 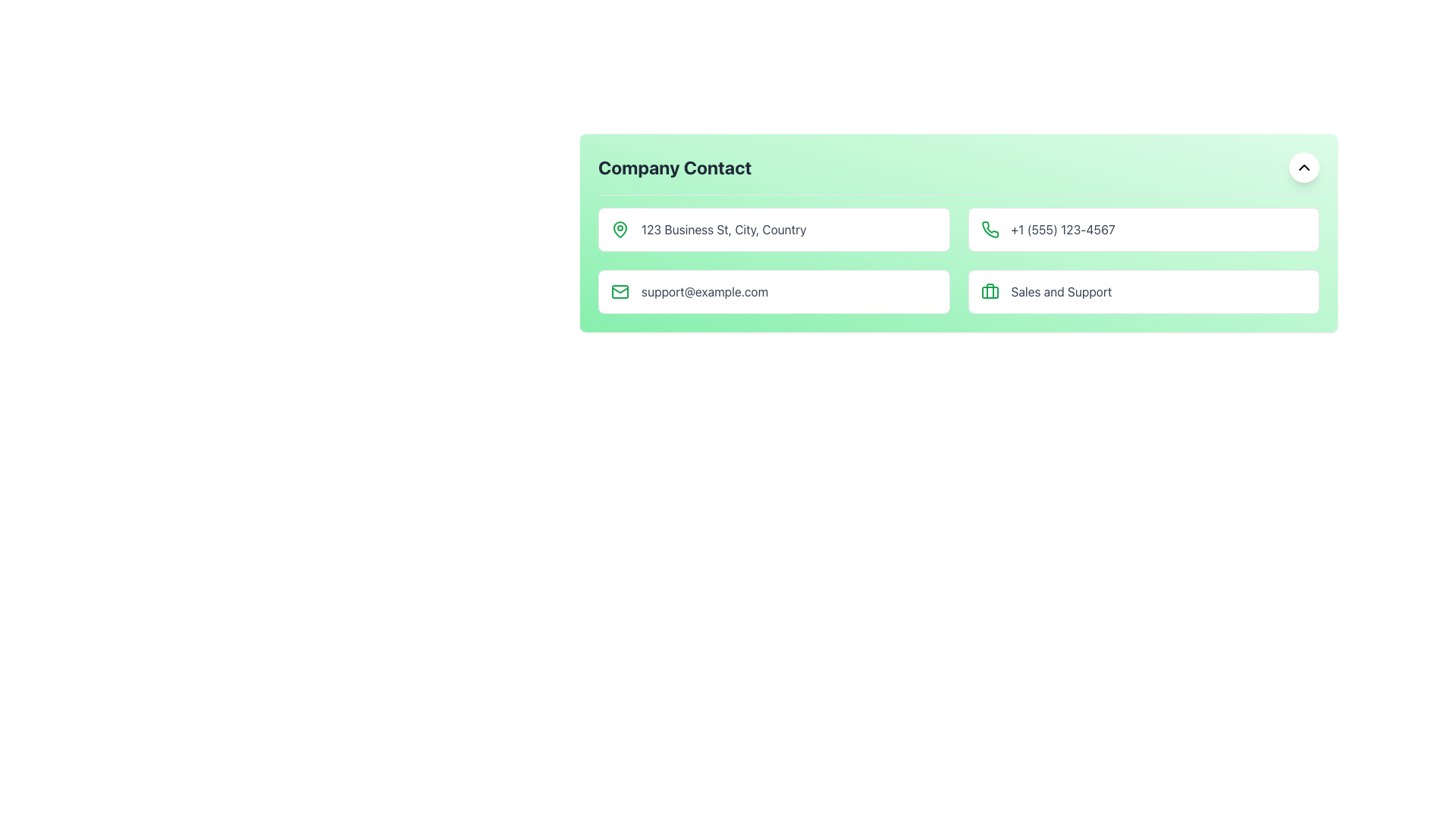 What do you see at coordinates (773, 230) in the screenshot?
I see `the Informative display field which contains a location pin icon and the address '123 Business St, City, Country' on a green background` at bounding box center [773, 230].